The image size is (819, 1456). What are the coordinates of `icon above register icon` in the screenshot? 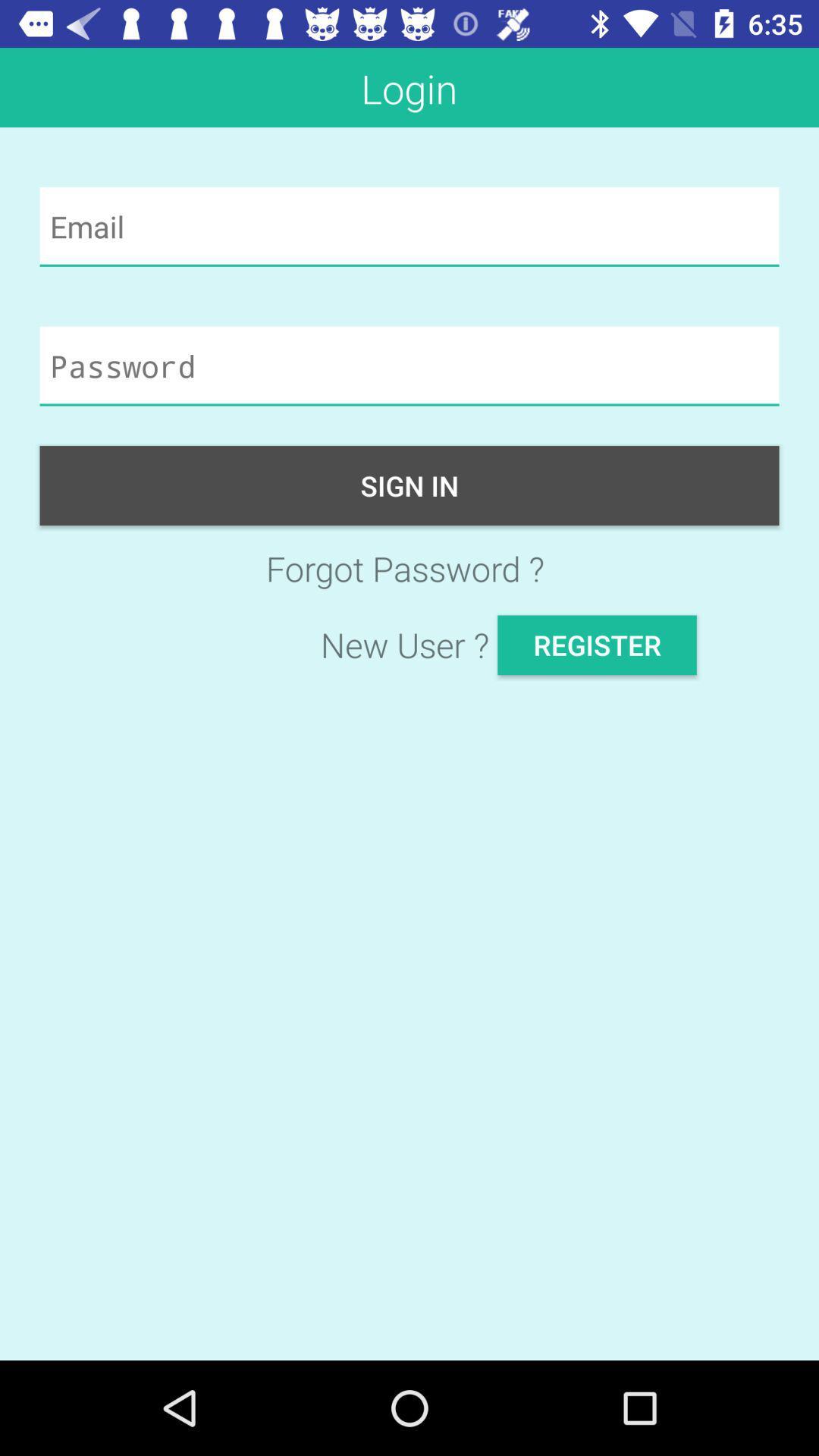 It's located at (409, 567).